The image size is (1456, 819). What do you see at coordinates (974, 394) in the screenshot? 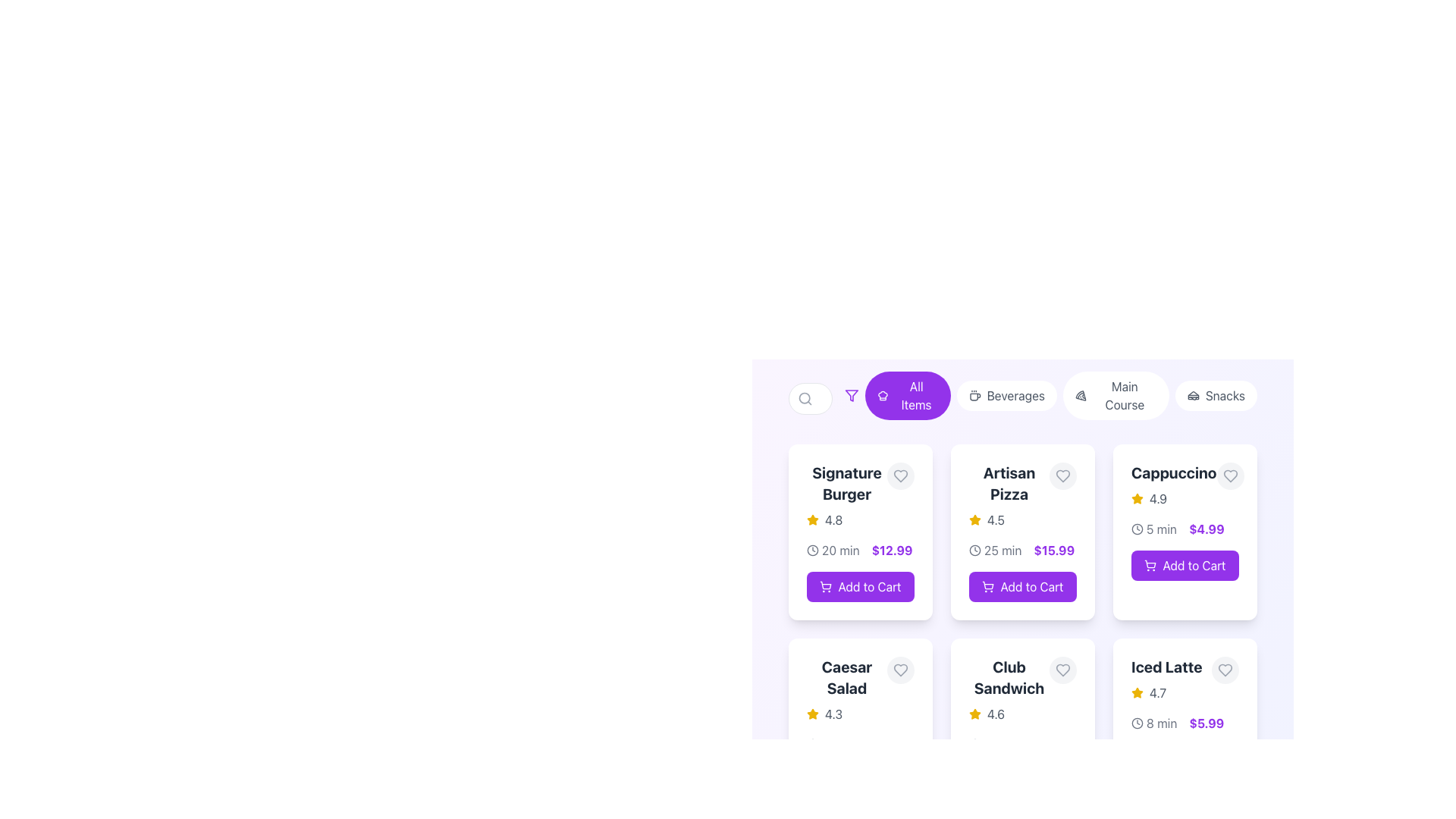
I see `the coffee cup icon representing the 'Beverages' category` at bounding box center [974, 394].